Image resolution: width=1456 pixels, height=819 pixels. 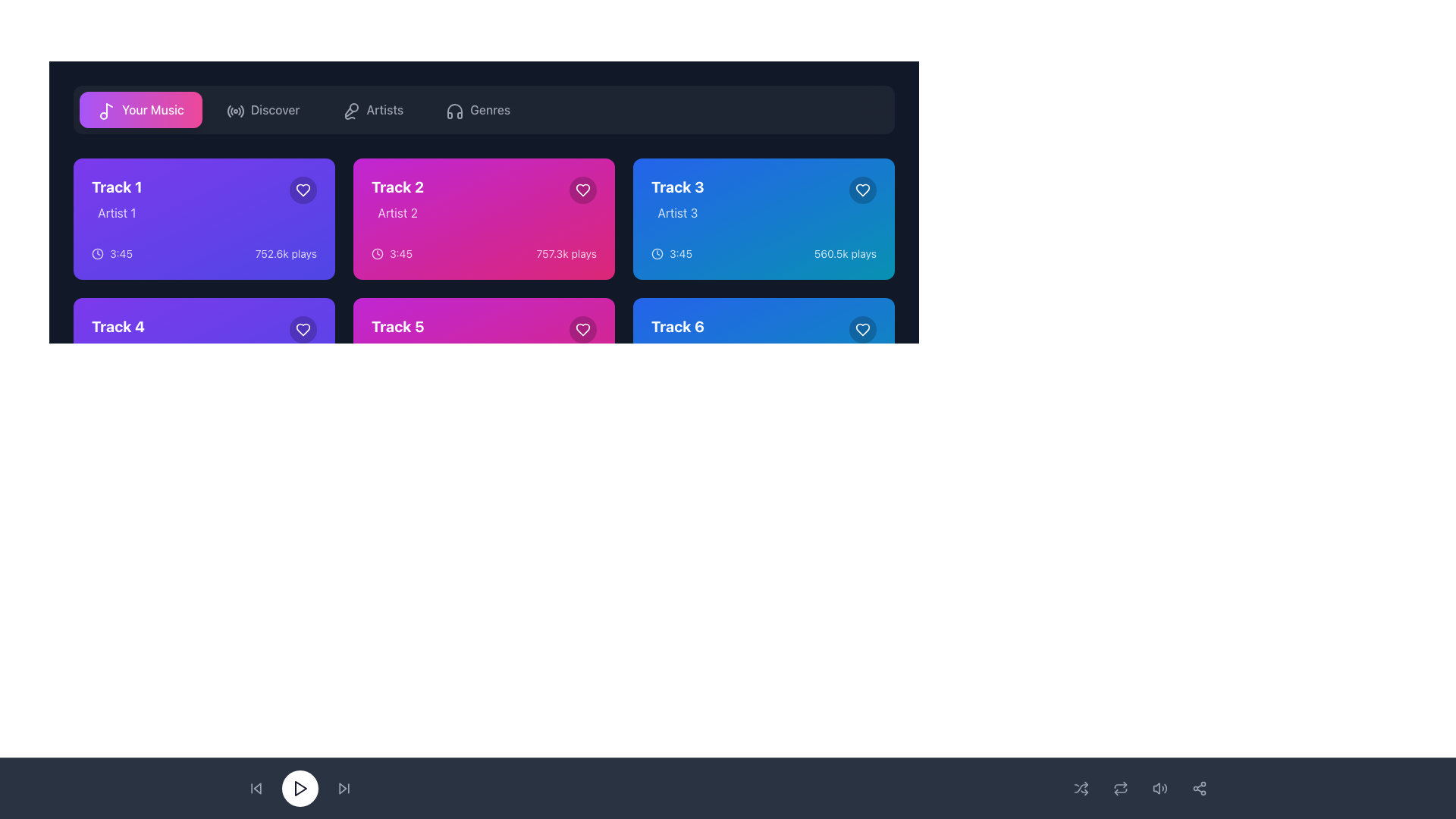 What do you see at coordinates (303, 329) in the screenshot?
I see `the circular button with a heart-shaped icon located in the lower-right corner of the 'Track 4' card for navigation purposes` at bounding box center [303, 329].